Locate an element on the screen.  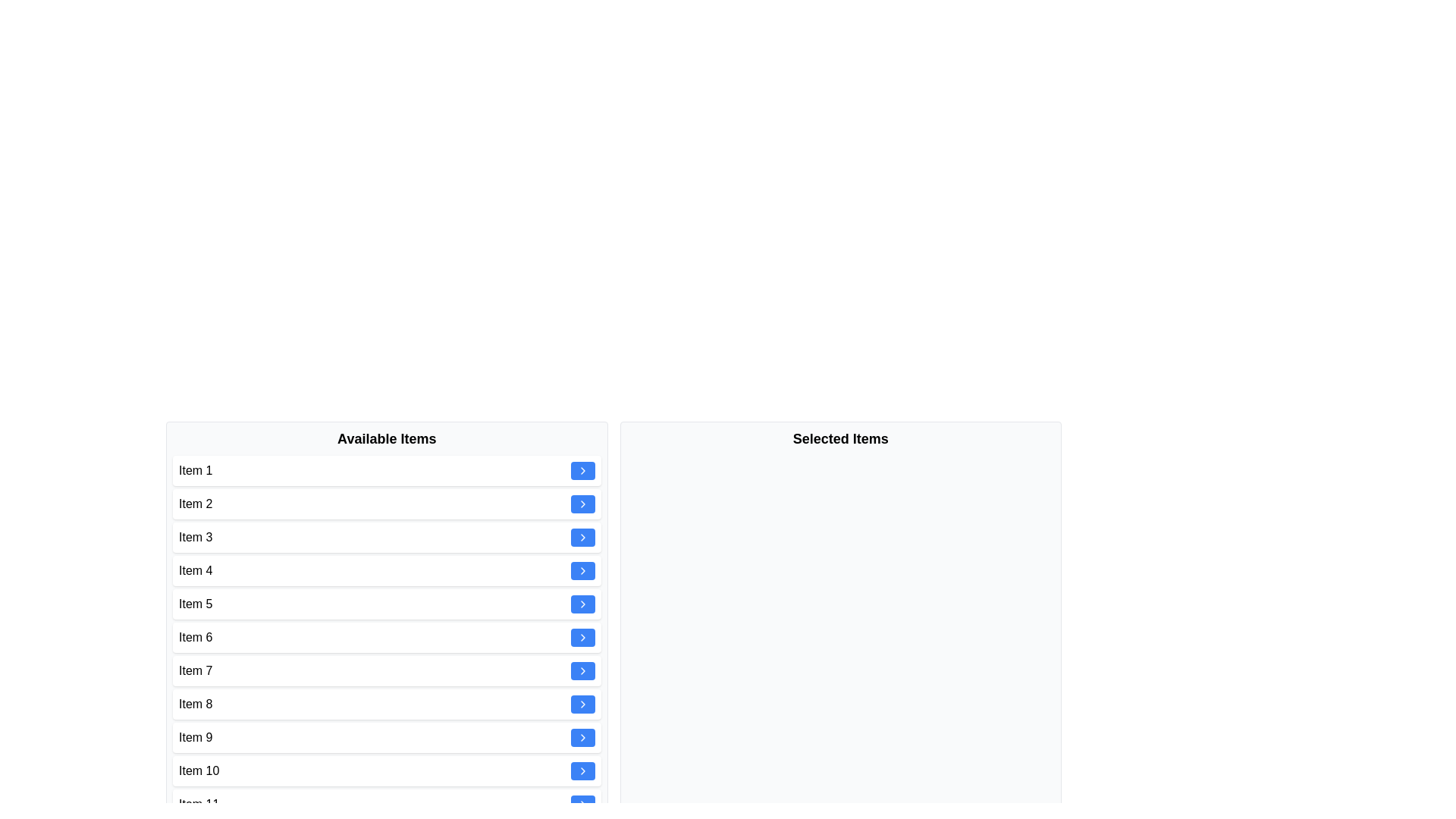
the SVG icon within the button in the 5th row of the 'Available Items' list is located at coordinates (582, 570).